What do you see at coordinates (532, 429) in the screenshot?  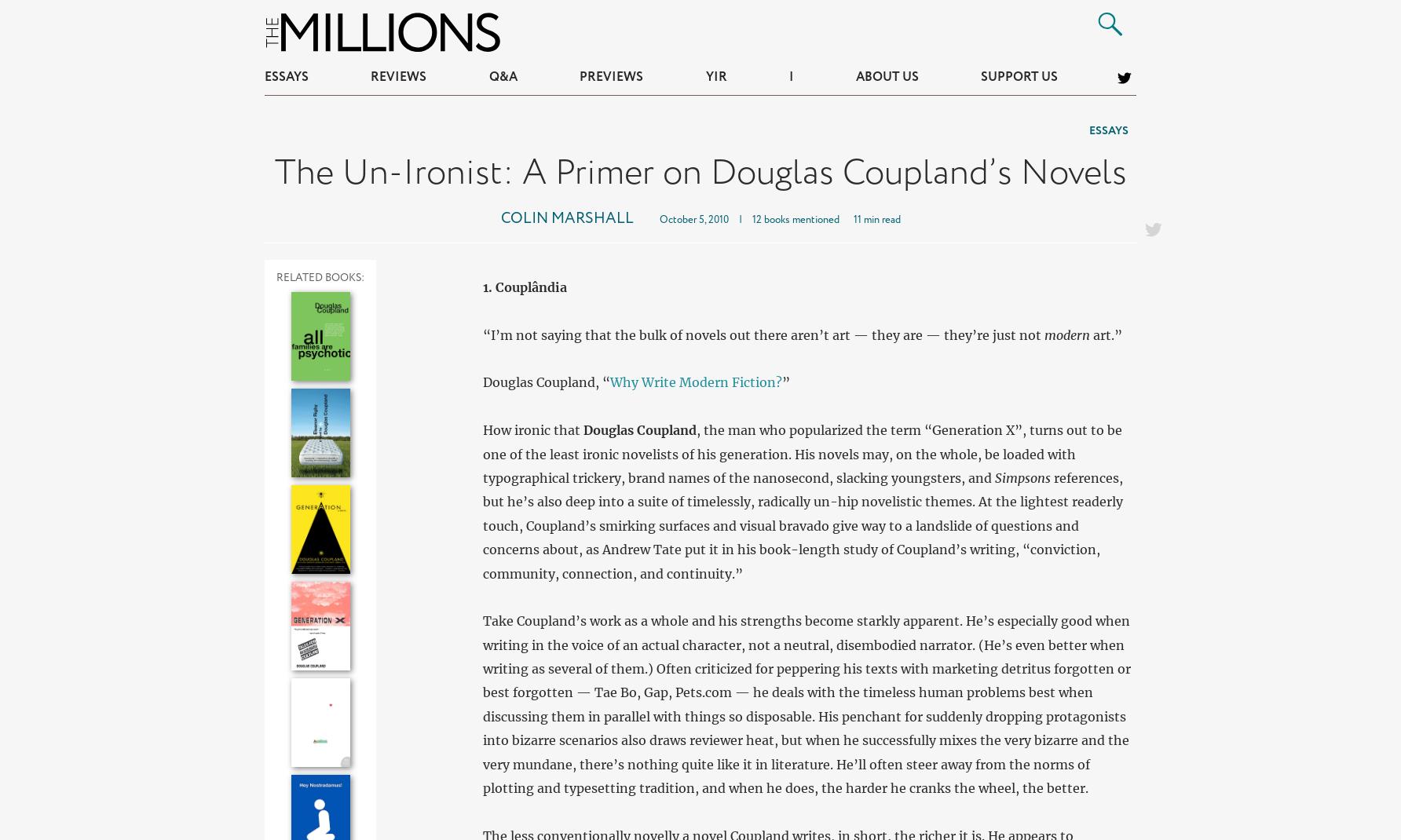 I see `'How ironic that'` at bounding box center [532, 429].